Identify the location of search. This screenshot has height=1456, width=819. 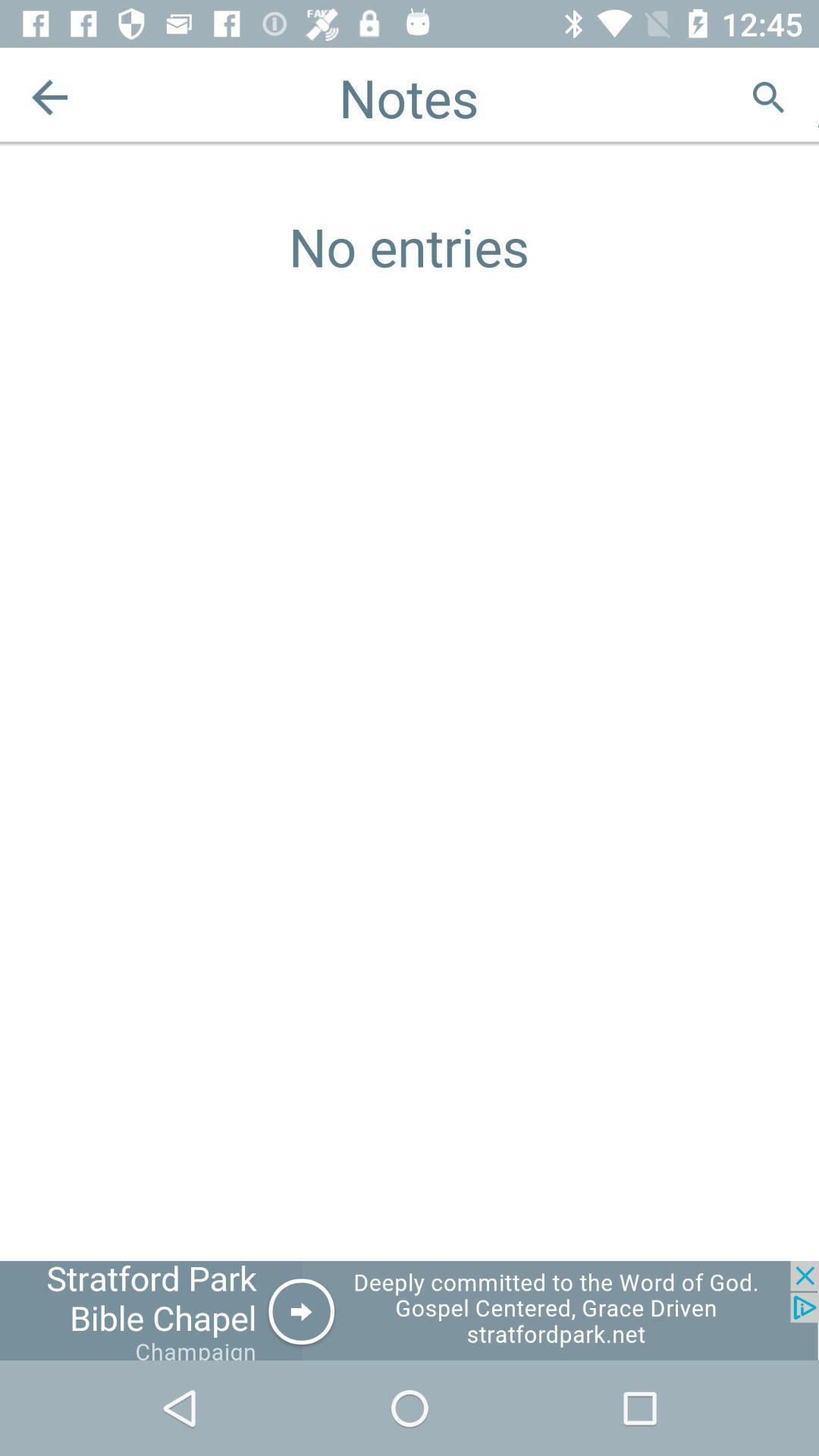
(768, 96).